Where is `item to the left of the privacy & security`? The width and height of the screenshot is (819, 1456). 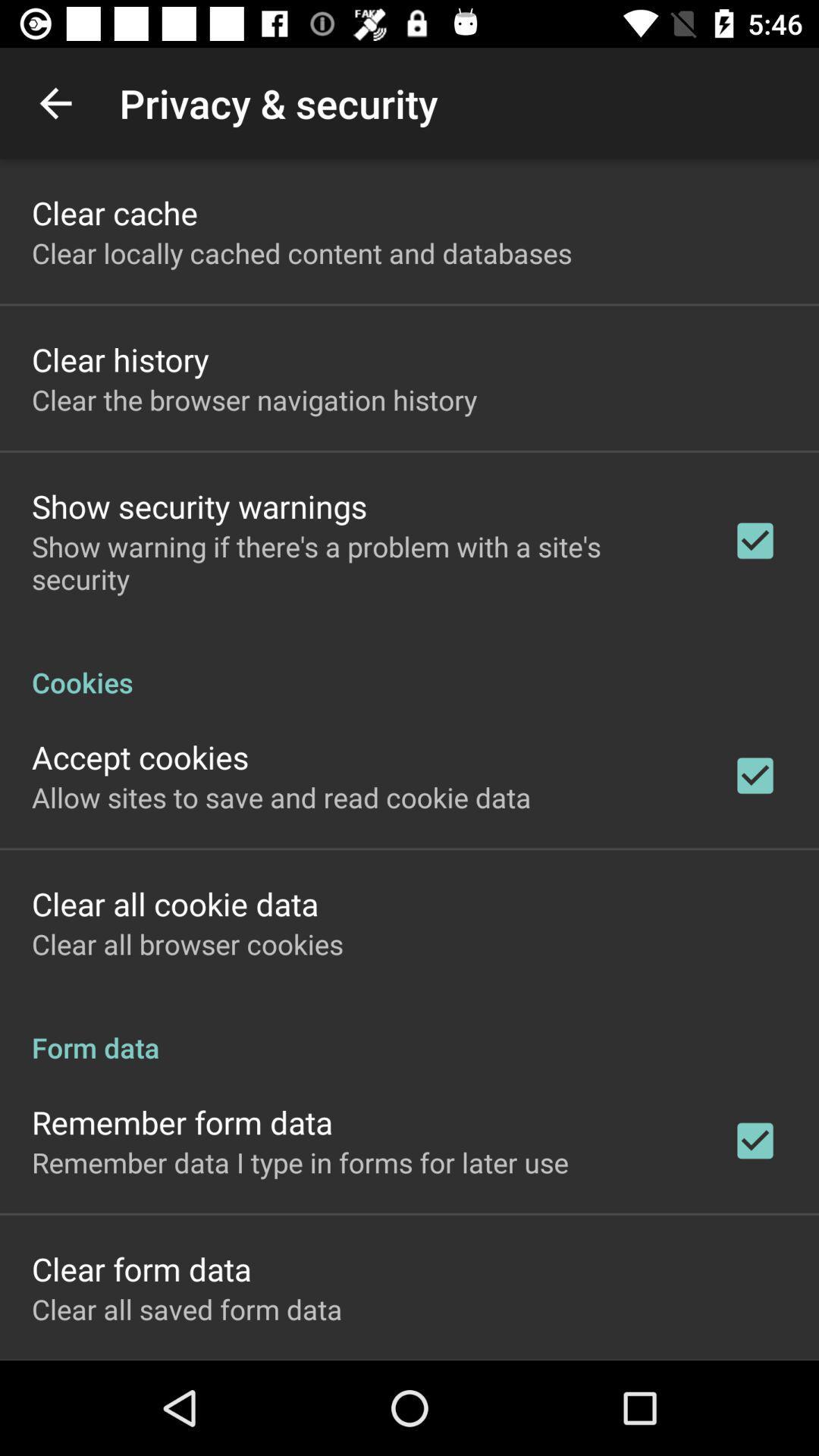 item to the left of the privacy & security is located at coordinates (55, 102).